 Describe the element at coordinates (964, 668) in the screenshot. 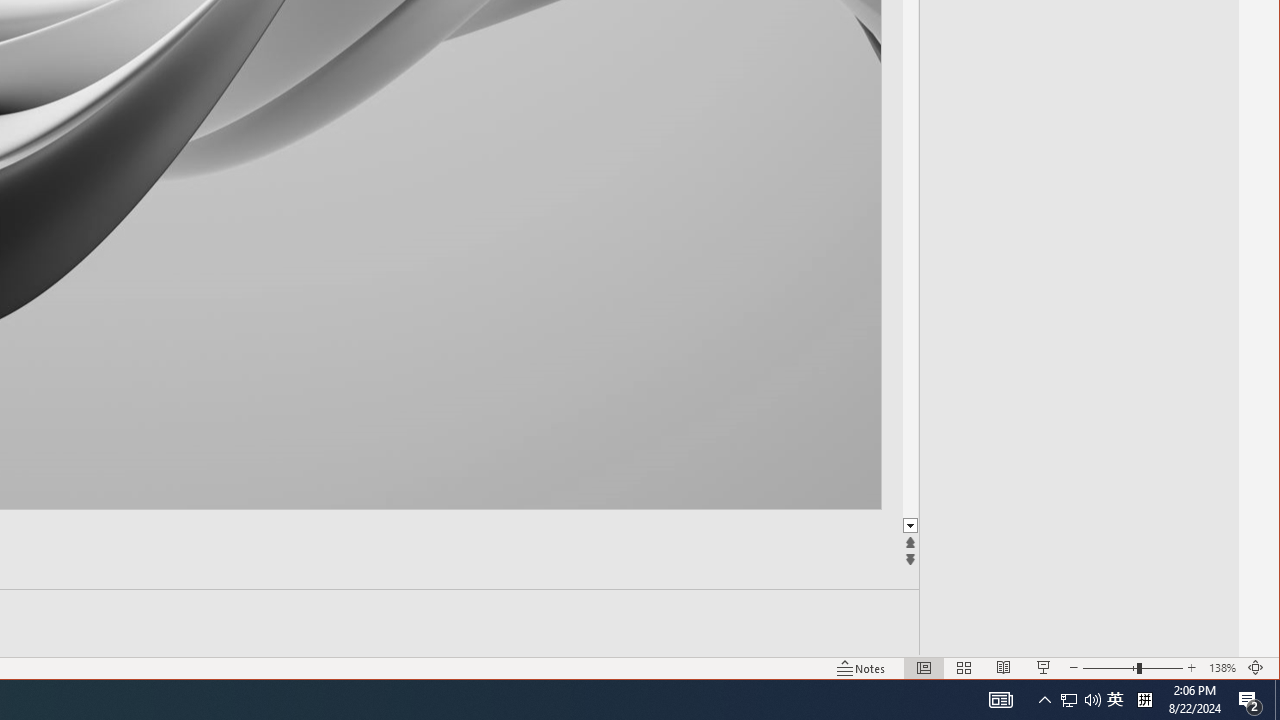

I see `'Slide Sorter'` at that location.